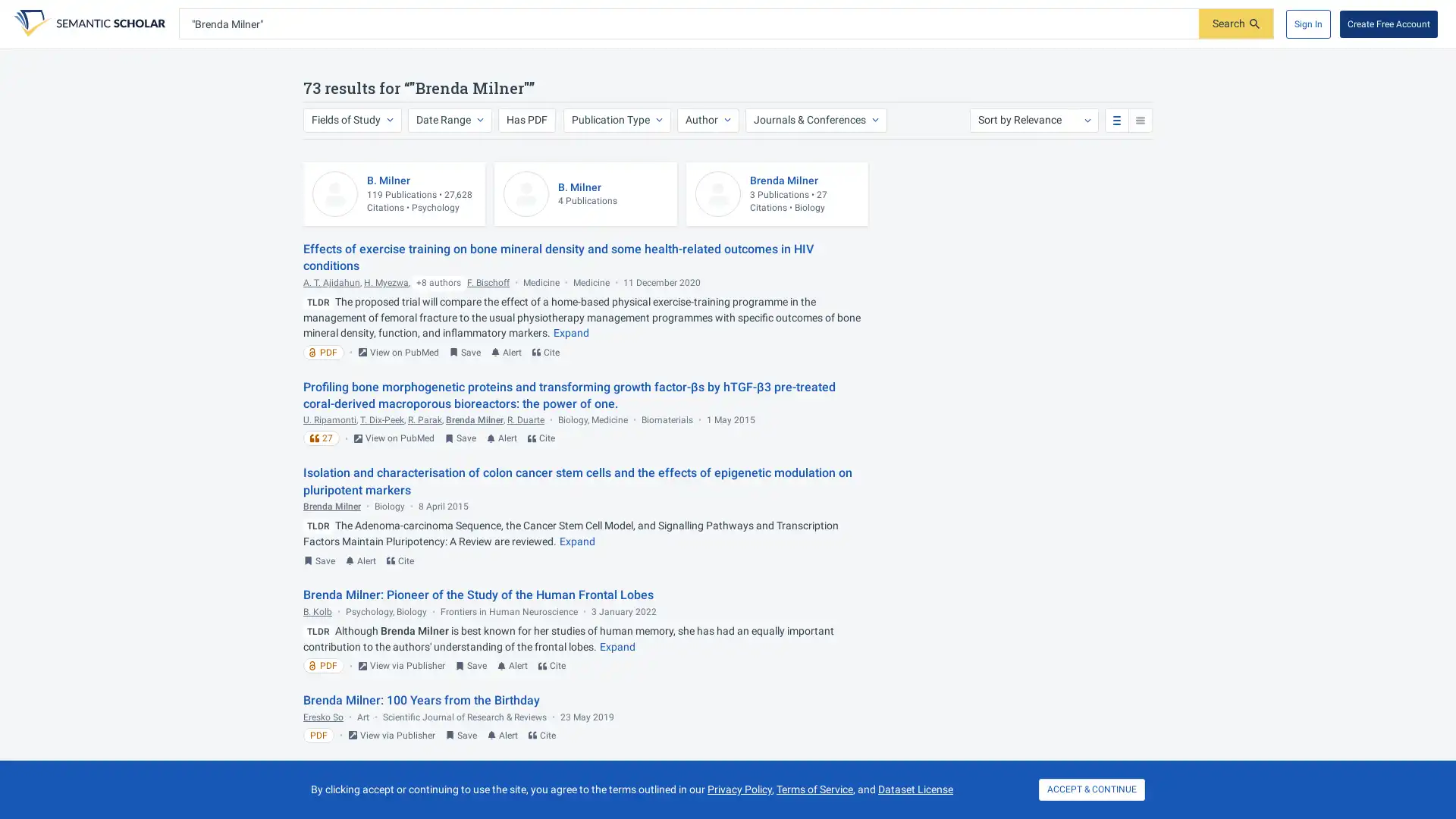  Describe the element at coordinates (1140, 119) in the screenshot. I see `compact search results view` at that location.